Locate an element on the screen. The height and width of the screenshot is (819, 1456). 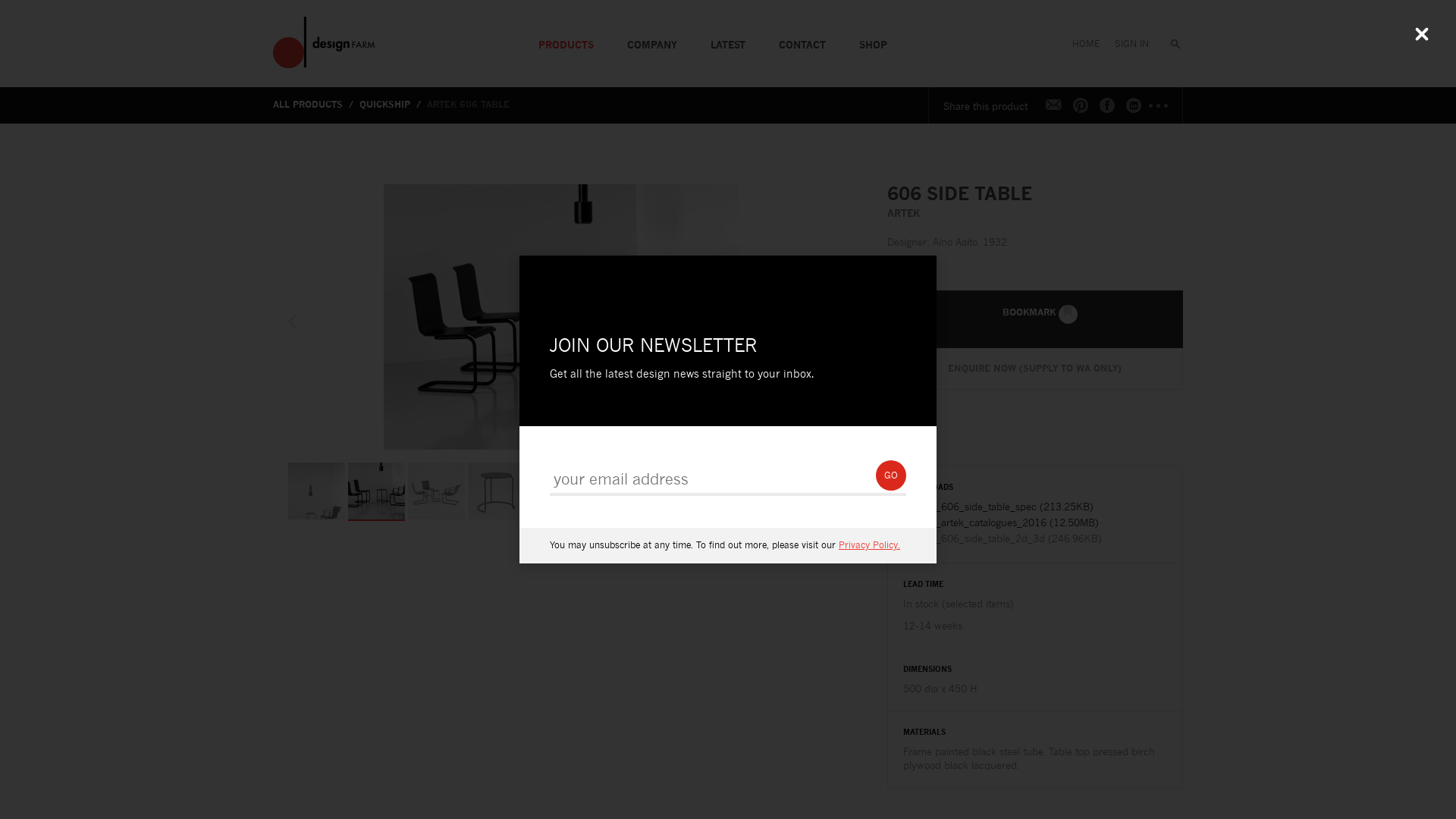
'COMPANY' is located at coordinates (651, 37).